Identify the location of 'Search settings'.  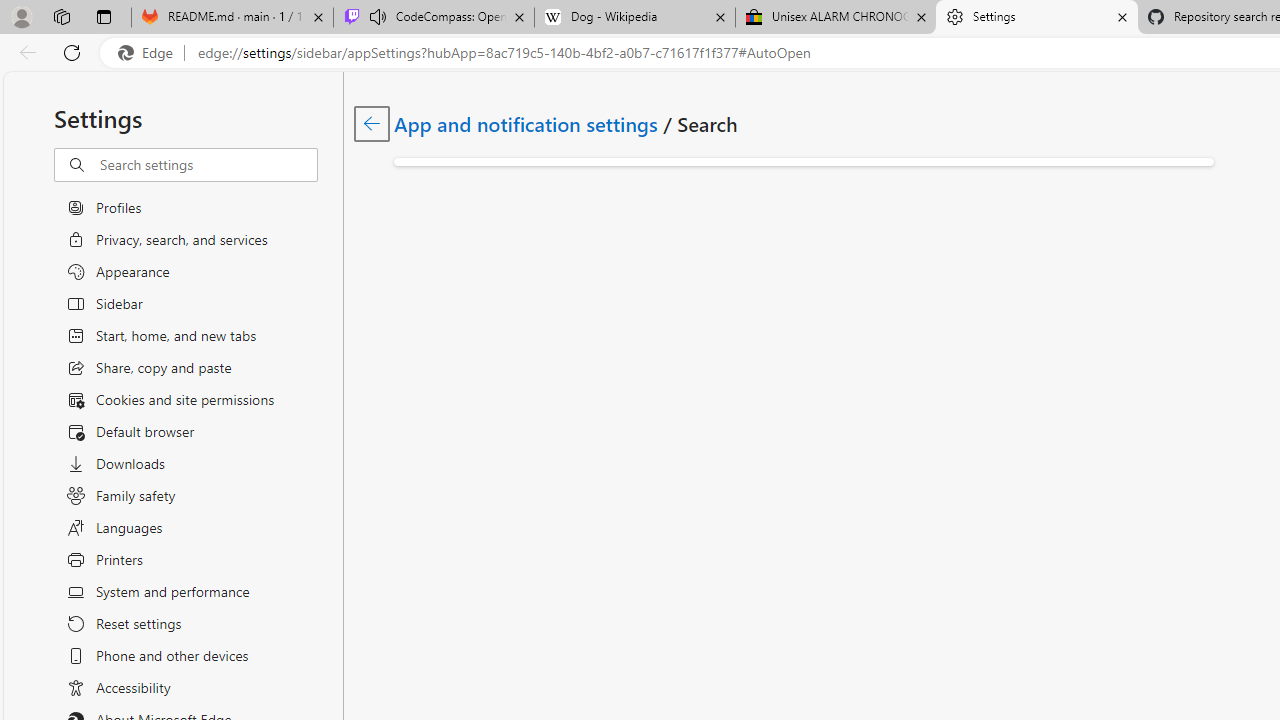
(208, 164).